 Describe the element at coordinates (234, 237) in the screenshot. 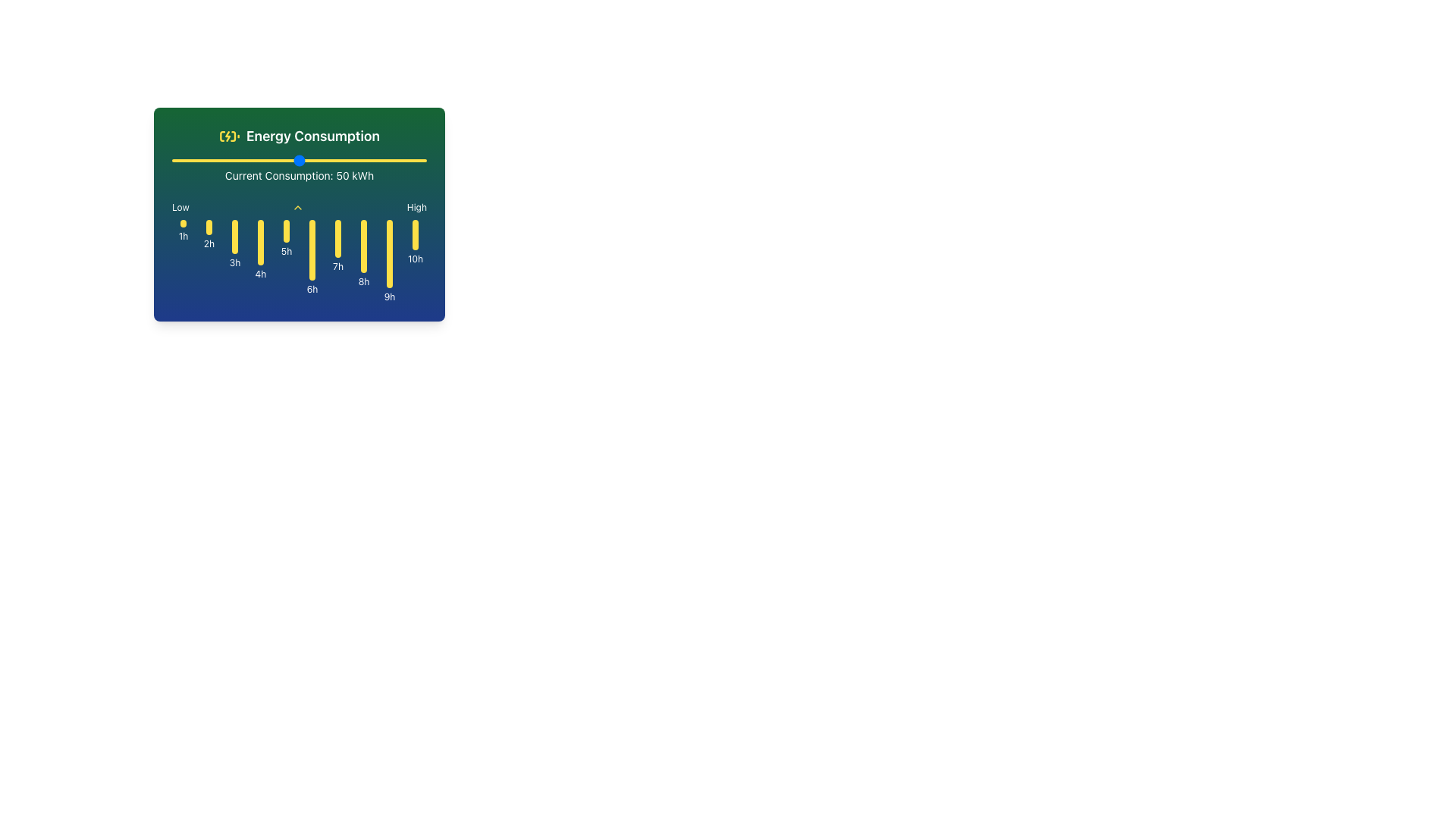

I see `the Indicator Bar that visually represents energy consumption for the 3-hour time period, located in the 'Energy Consumption' section and aligned with the '3h' label` at that location.